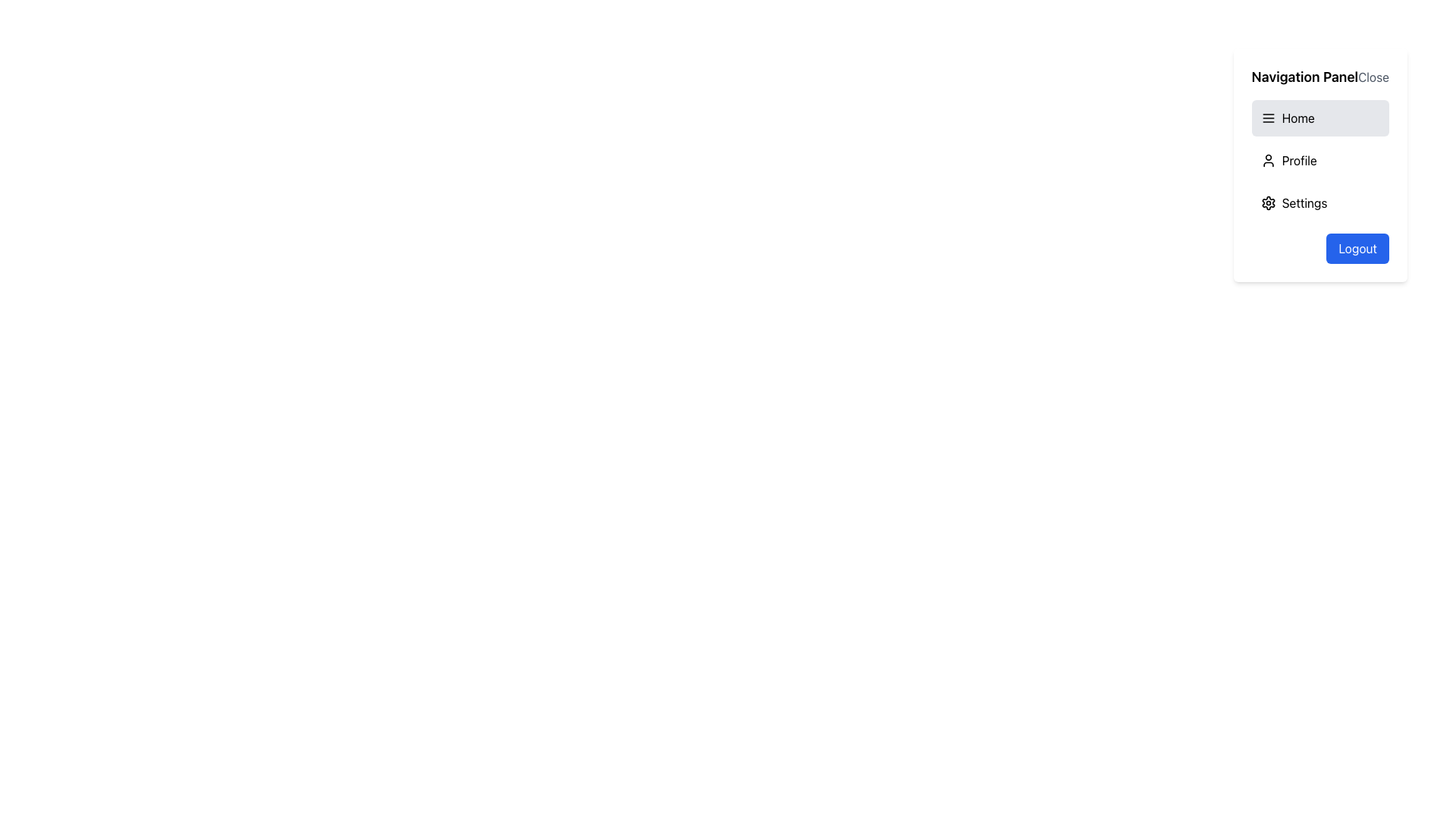  I want to click on the 'Settings' text label component in the vertical menu list, so click(1304, 202).